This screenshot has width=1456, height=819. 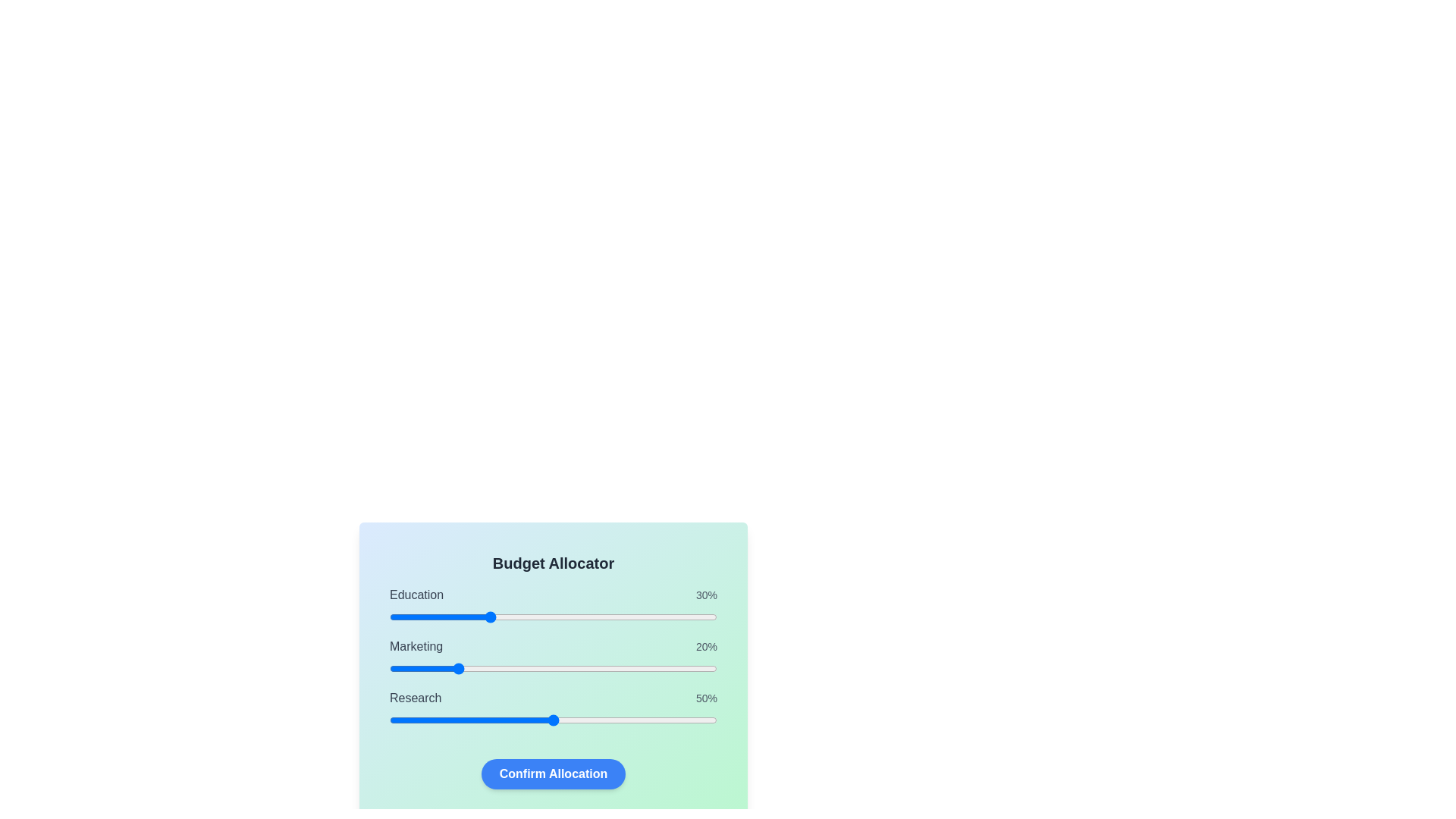 I want to click on the Marketing allocation slider to 71%, so click(x=622, y=668).